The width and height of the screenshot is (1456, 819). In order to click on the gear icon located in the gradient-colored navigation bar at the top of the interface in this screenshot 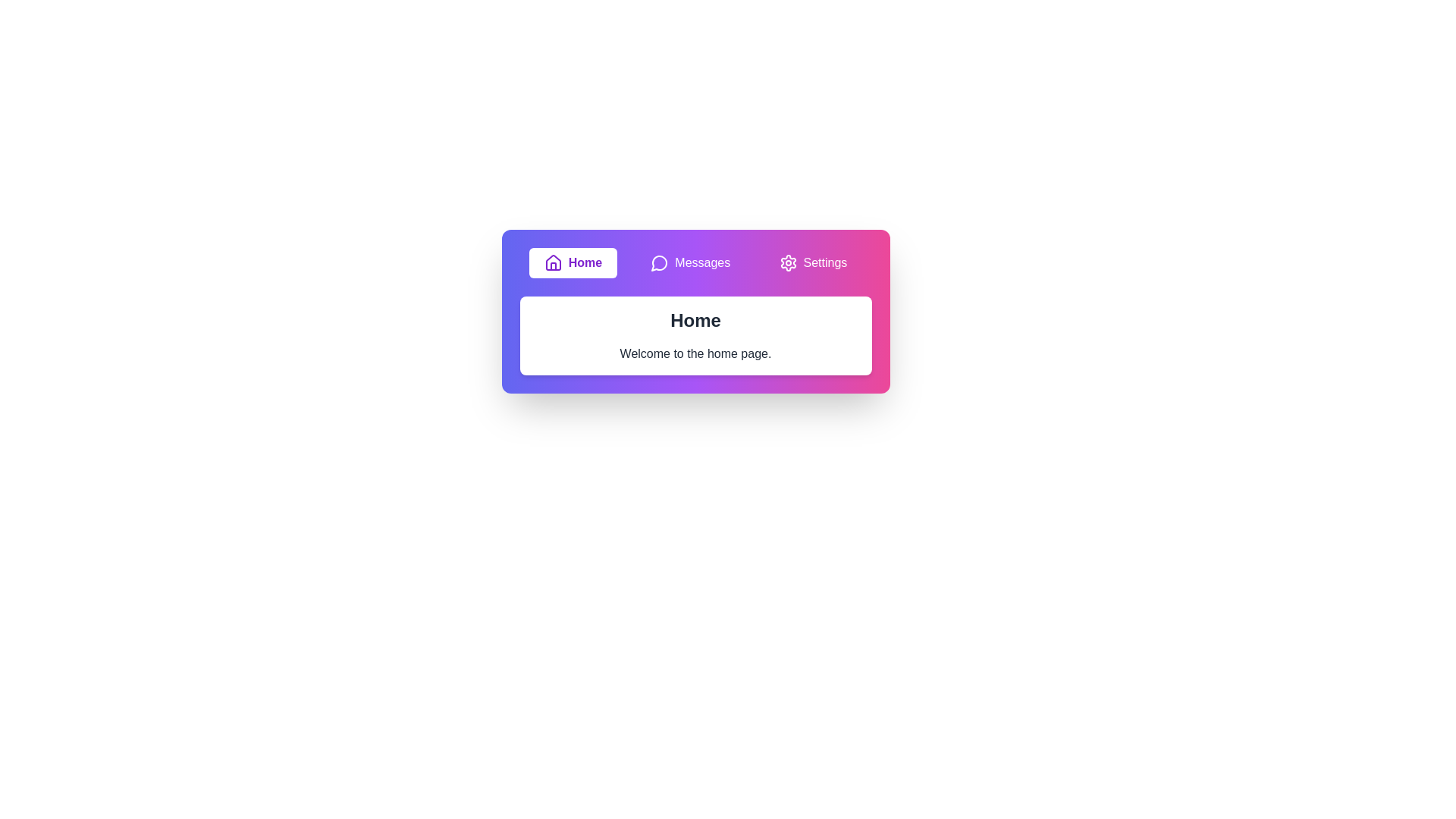, I will do `click(788, 262)`.